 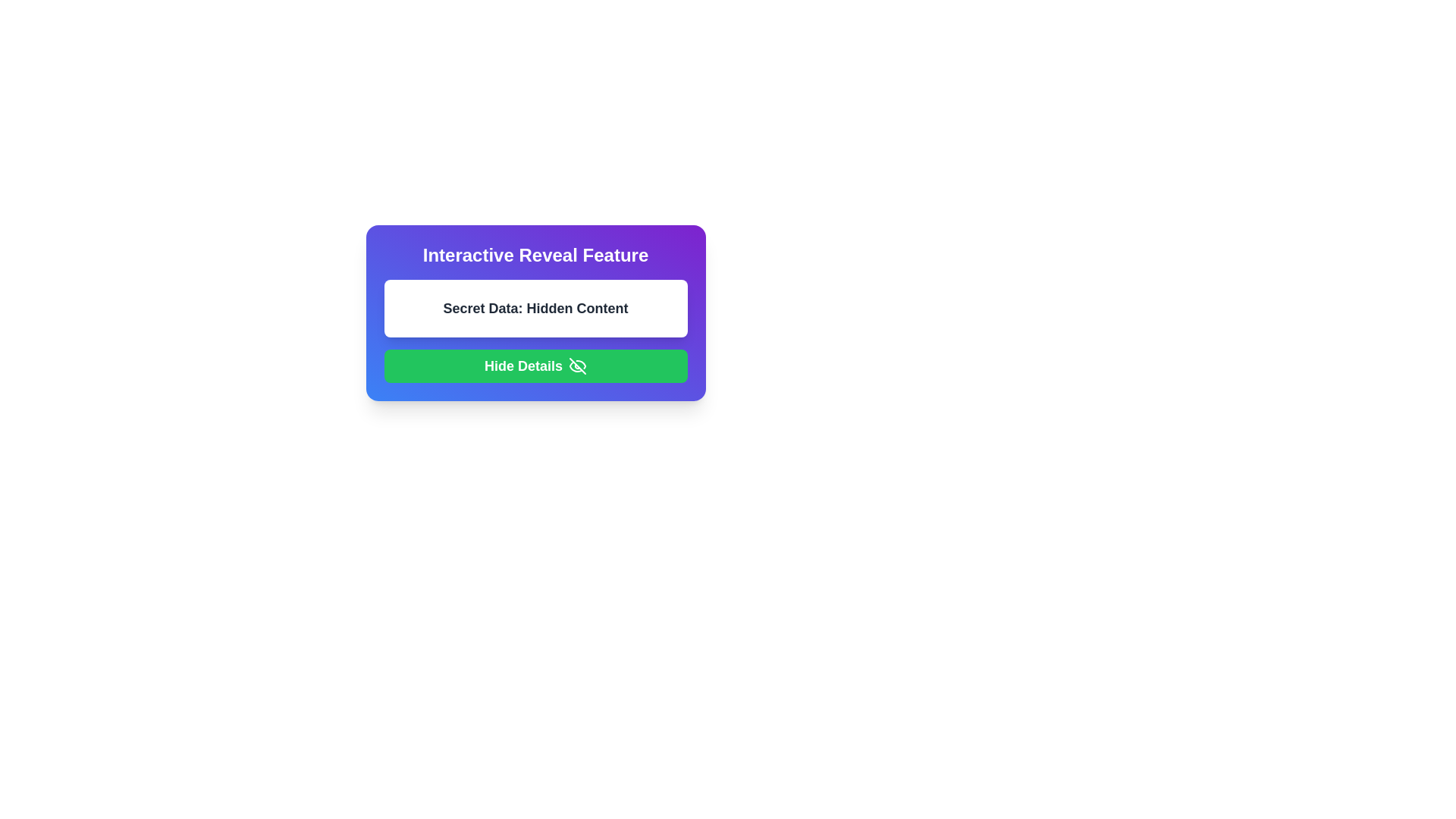 What do you see at coordinates (577, 366) in the screenshot?
I see `the eye-off icon located to the right of the text 'Hide Details' within the green rectangular button beneath 'Secret Data: Hidden Content'` at bounding box center [577, 366].